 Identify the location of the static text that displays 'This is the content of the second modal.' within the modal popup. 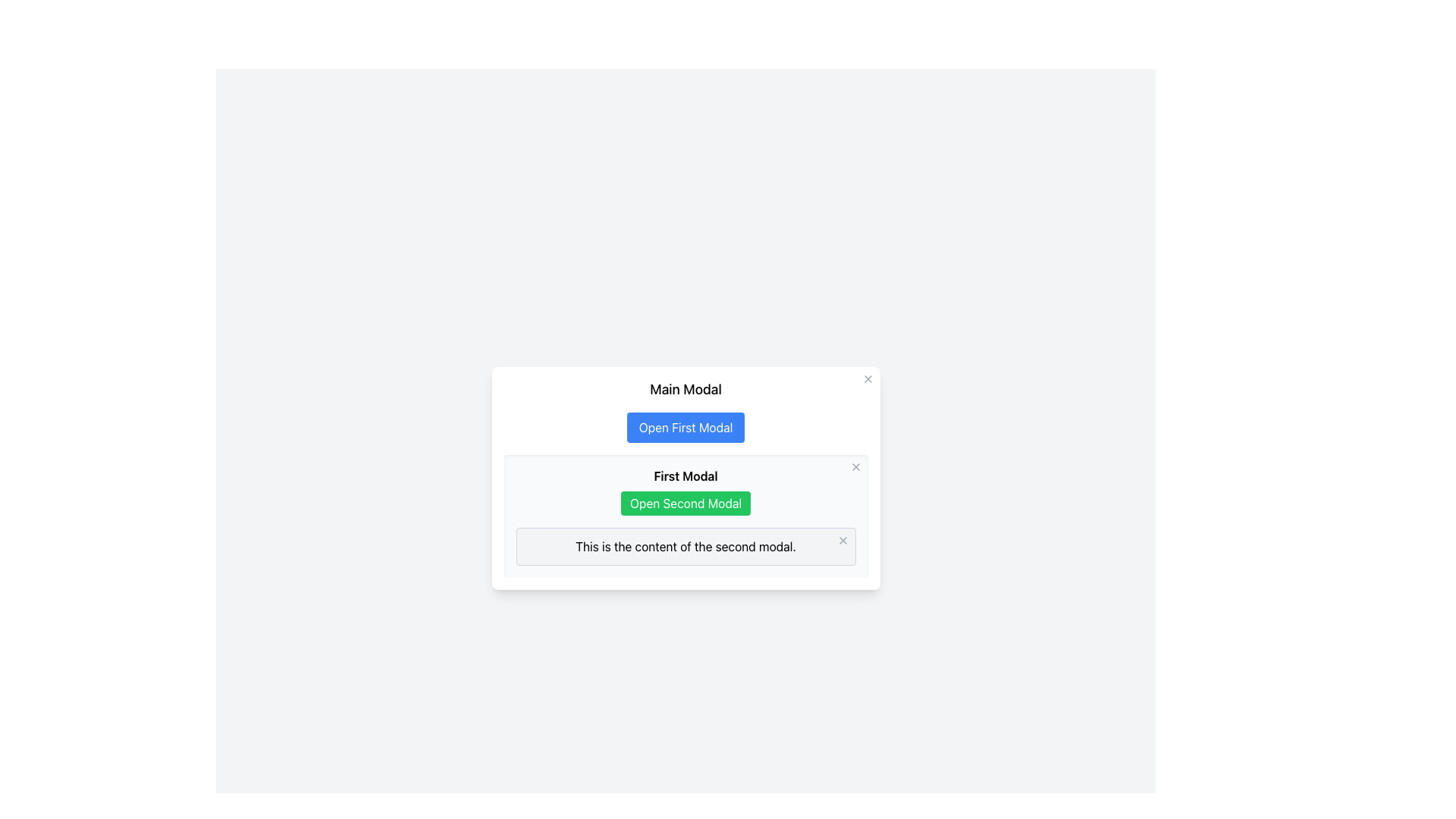
(685, 547).